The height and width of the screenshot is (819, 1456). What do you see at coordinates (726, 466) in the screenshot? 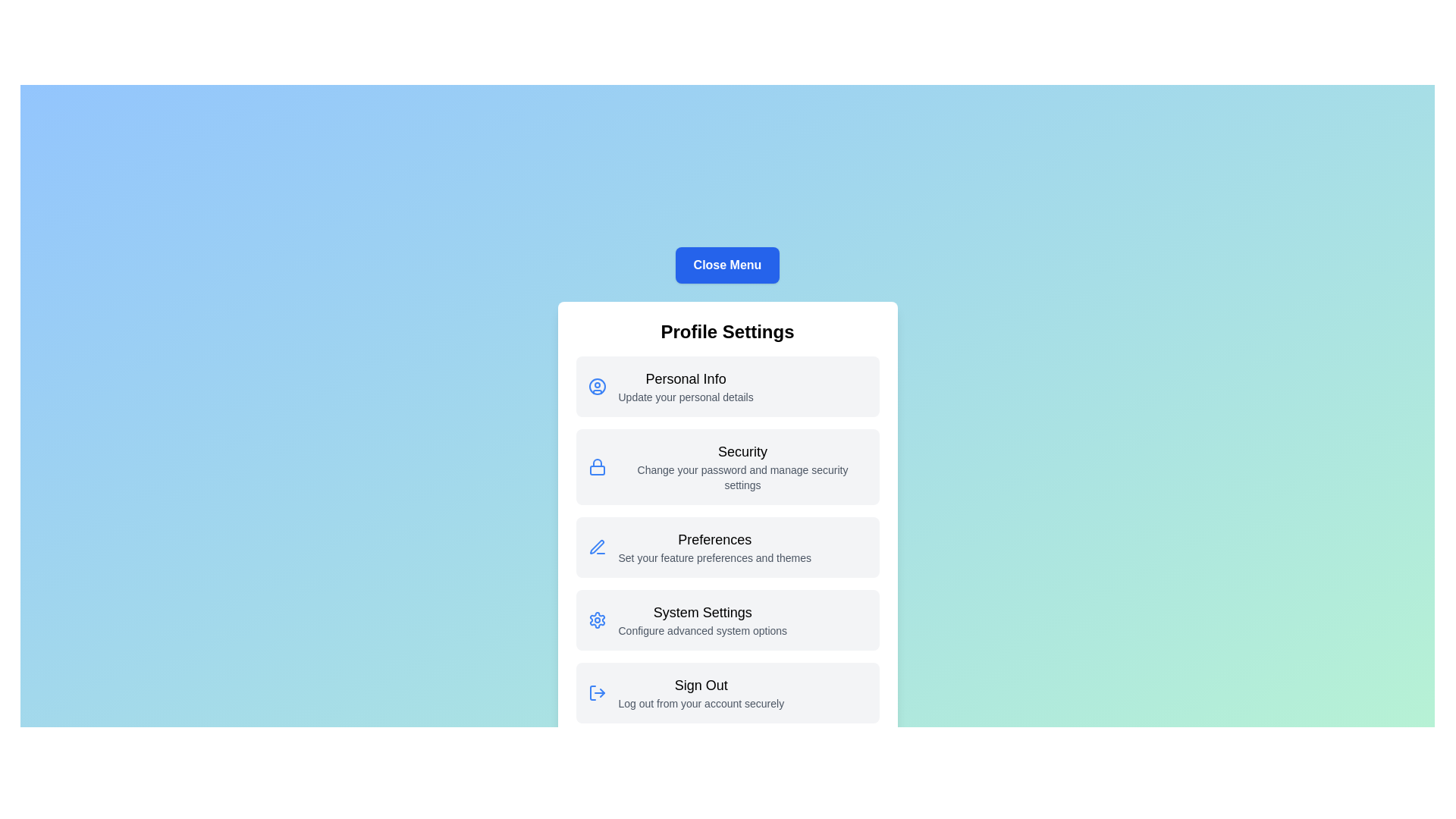
I see `the menu item labeled Security for detailed actions` at bounding box center [726, 466].